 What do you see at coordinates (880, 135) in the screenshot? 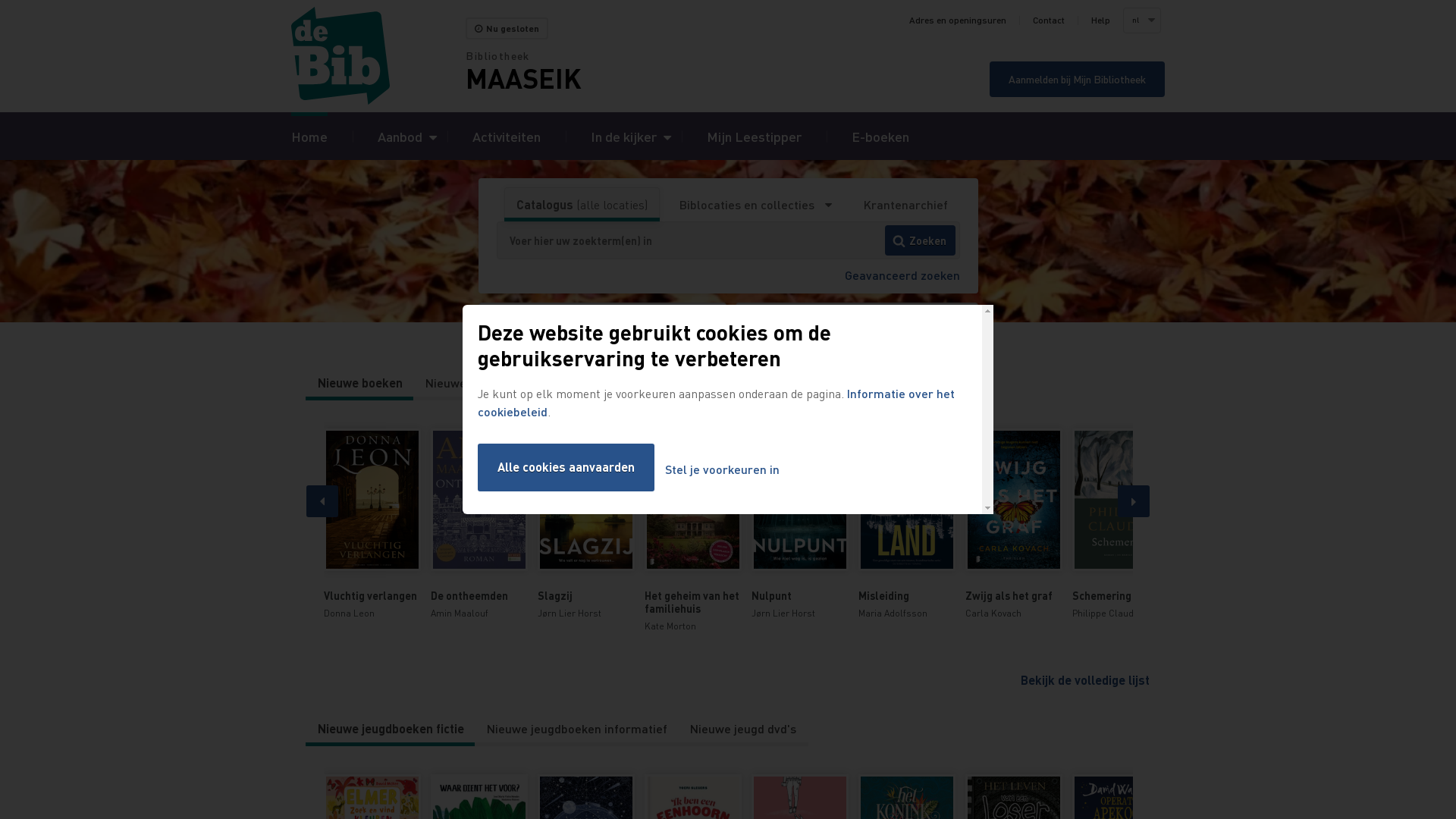
I see `'E-boeken'` at bounding box center [880, 135].